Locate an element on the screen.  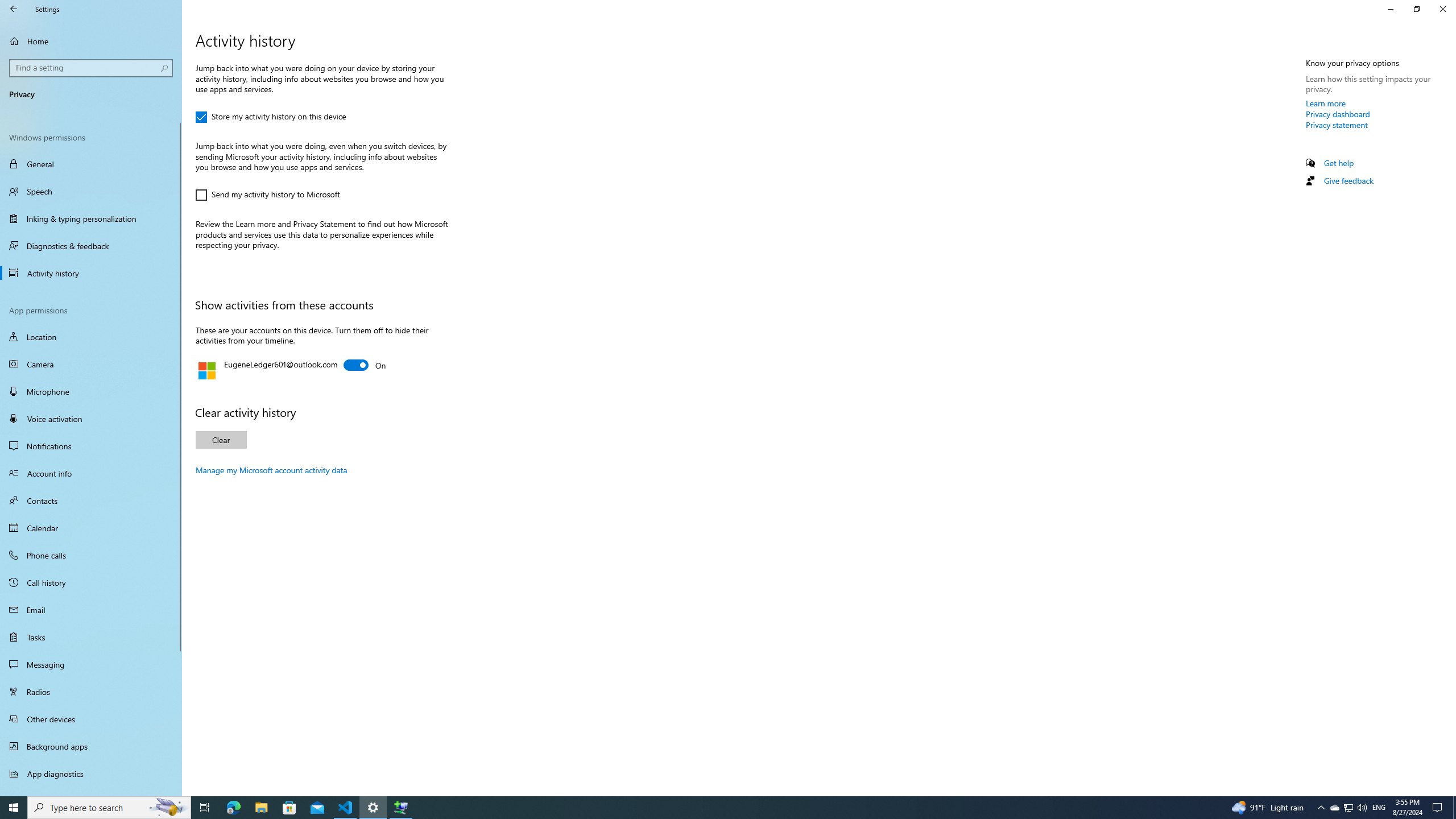
'Tasks' is located at coordinates (90, 636).